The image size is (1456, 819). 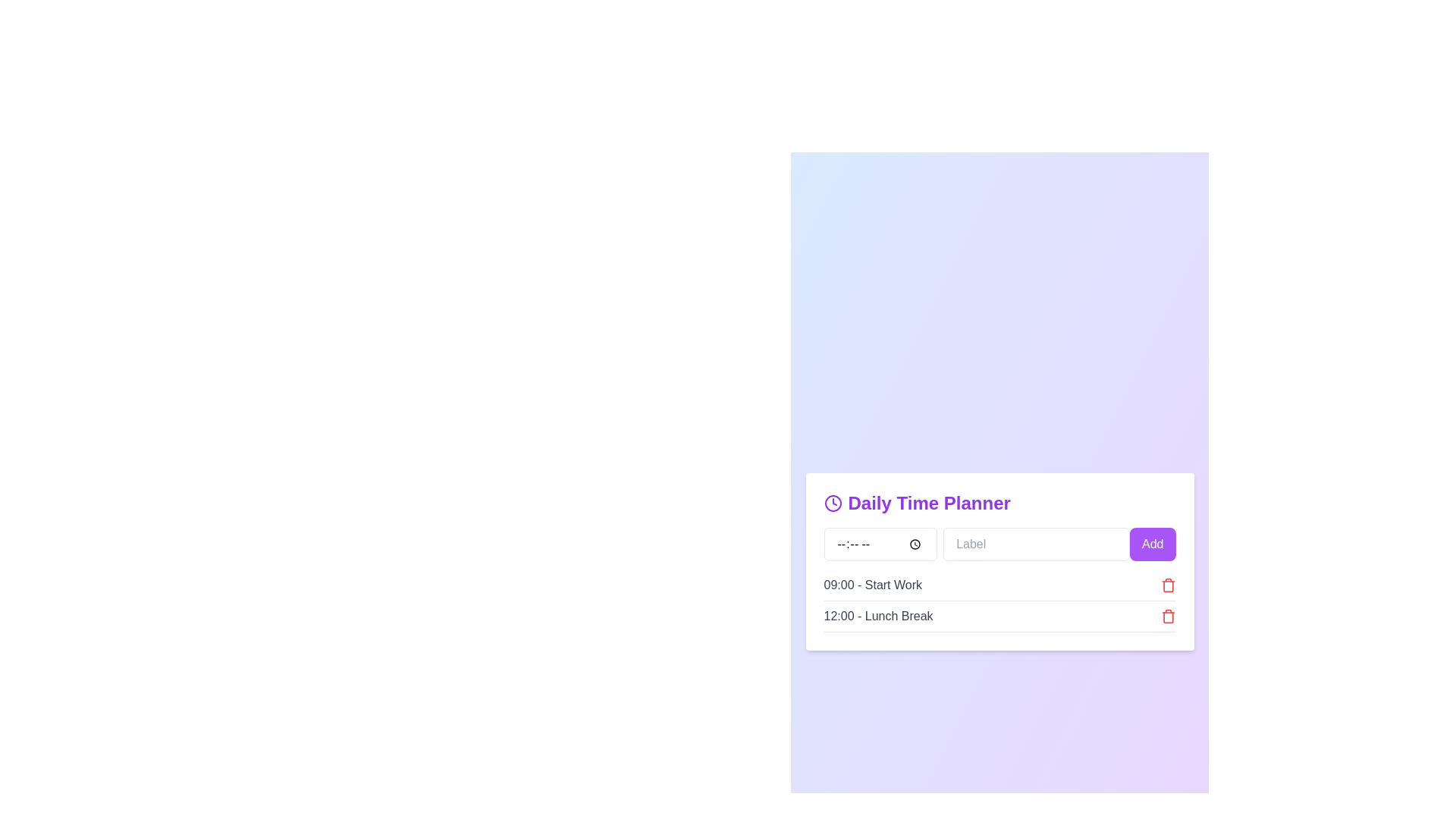 I want to click on the 'Add' button, so click(x=1153, y=543).